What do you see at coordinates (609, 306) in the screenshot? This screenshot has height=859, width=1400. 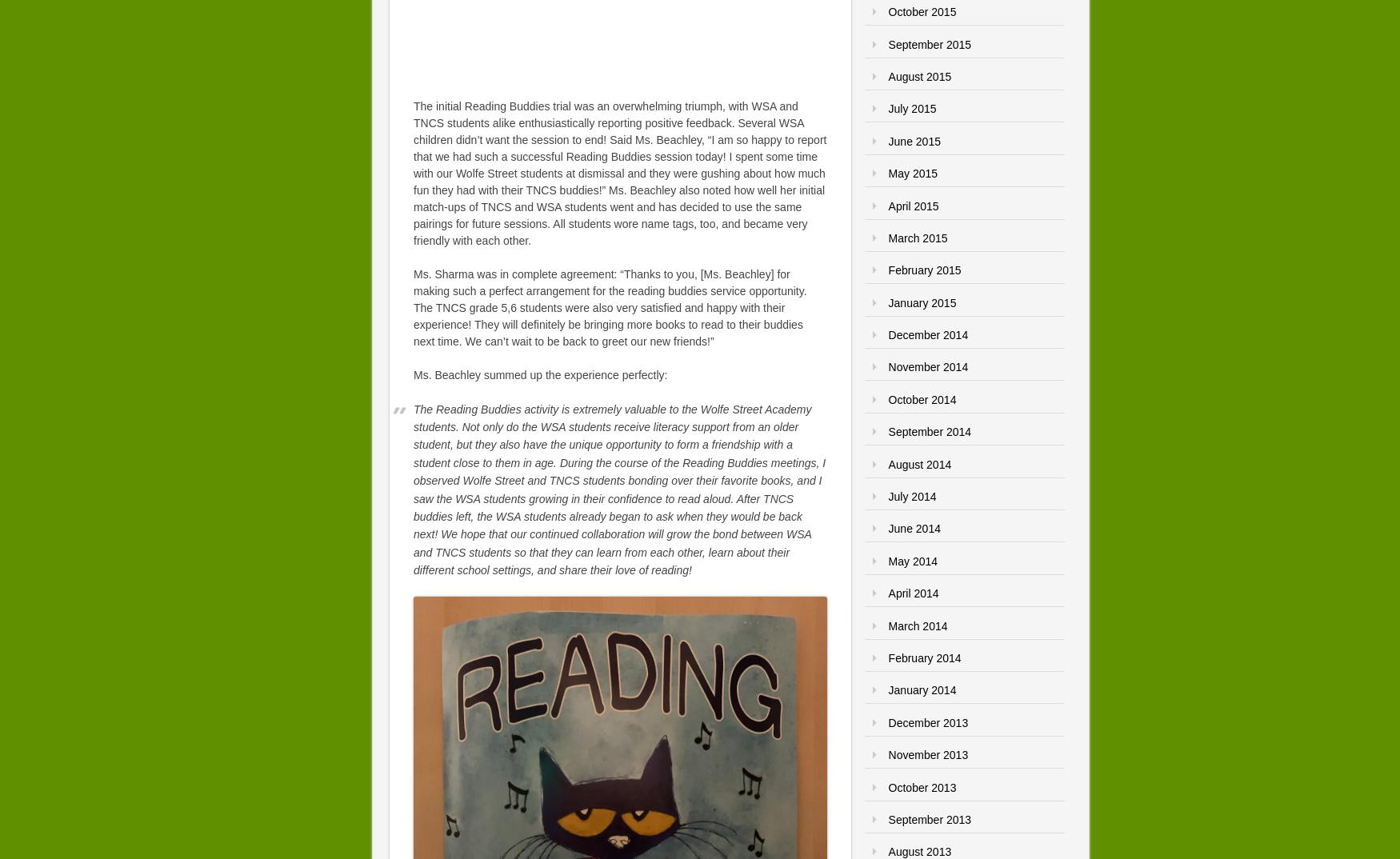 I see `'Ms. Sharma was in complete agreement: “Thanks to you, [Ms. Beachley] for making such a perfect arrangement for the reading buddies service opportunity. The TNCS grade 5,6 students were also very satisfied and happy with their experience! They will definitely be bringing more books to read to their buddies next time. We can’t wait to be back to greet our new friends!”'` at bounding box center [609, 306].